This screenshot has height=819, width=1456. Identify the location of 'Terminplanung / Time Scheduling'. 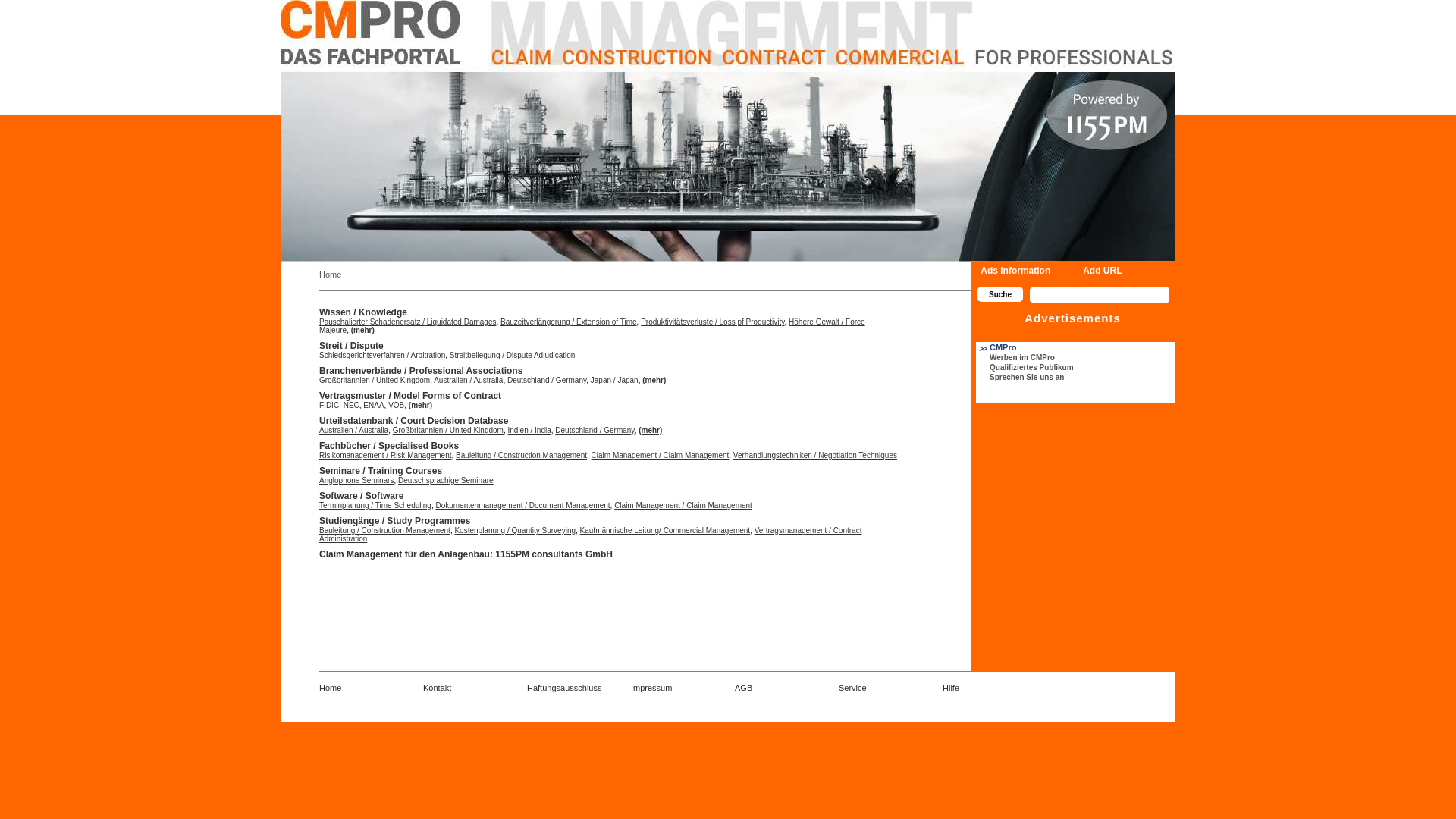
(375, 505).